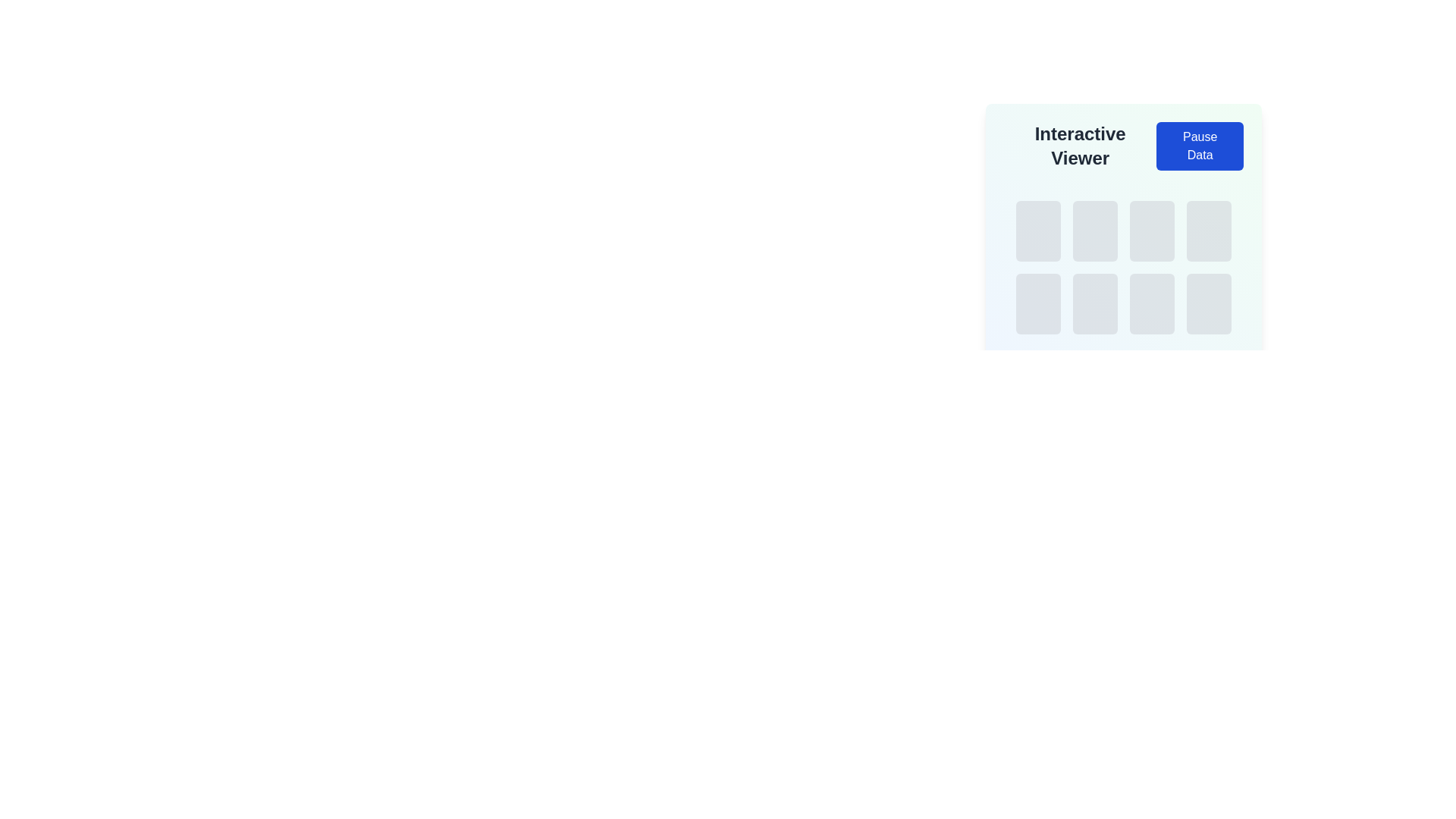 This screenshot has width=1456, height=819. I want to click on the Placeholder skeleton box located in the top right corner of the grid layout, specifically in the 4th column of the 1st row, so click(1208, 231).